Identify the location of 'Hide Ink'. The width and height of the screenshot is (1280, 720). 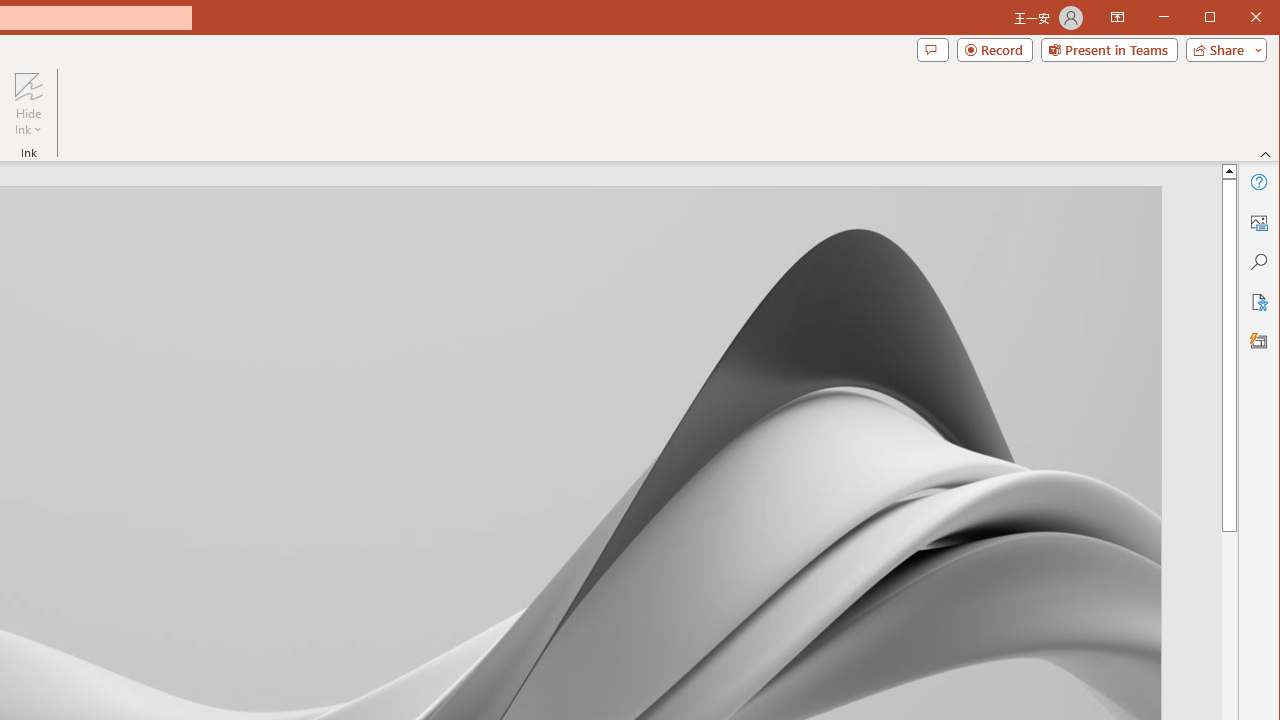
(28, 85).